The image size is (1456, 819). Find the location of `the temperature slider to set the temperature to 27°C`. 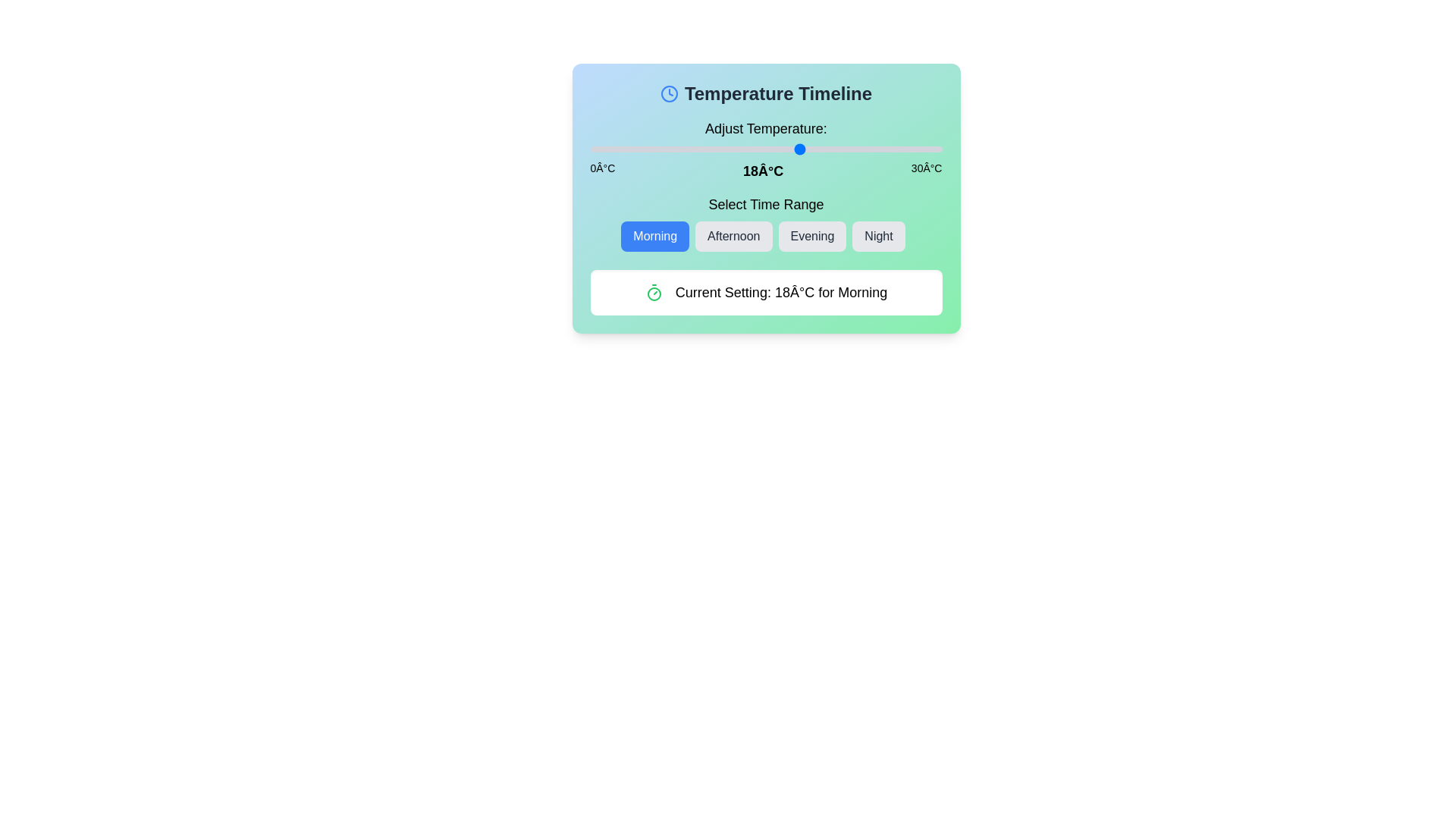

the temperature slider to set the temperature to 27°C is located at coordinates (907, 149).